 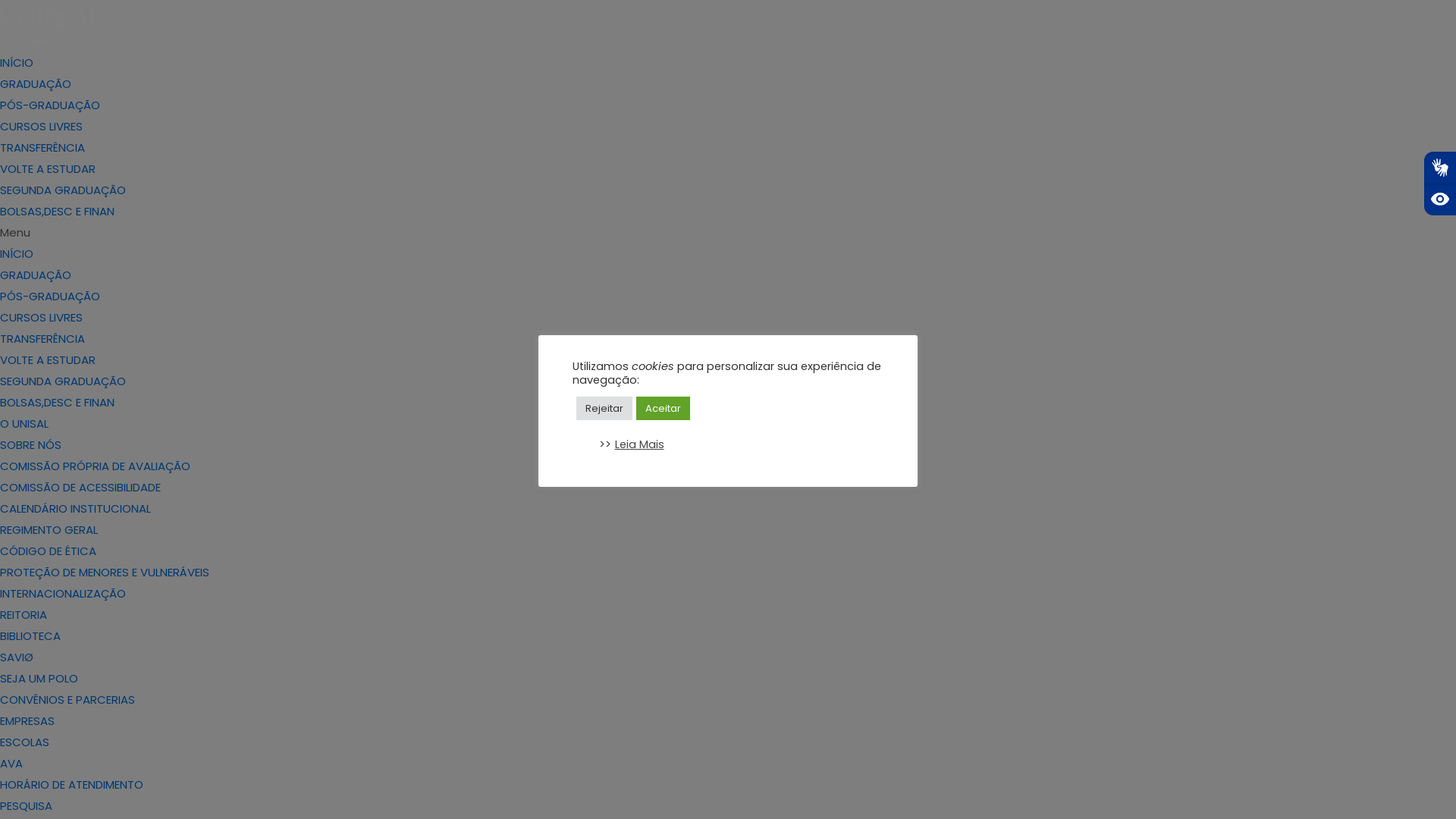 I want to click on 'CURSOS LIVRES', so click(x=0, y=125).